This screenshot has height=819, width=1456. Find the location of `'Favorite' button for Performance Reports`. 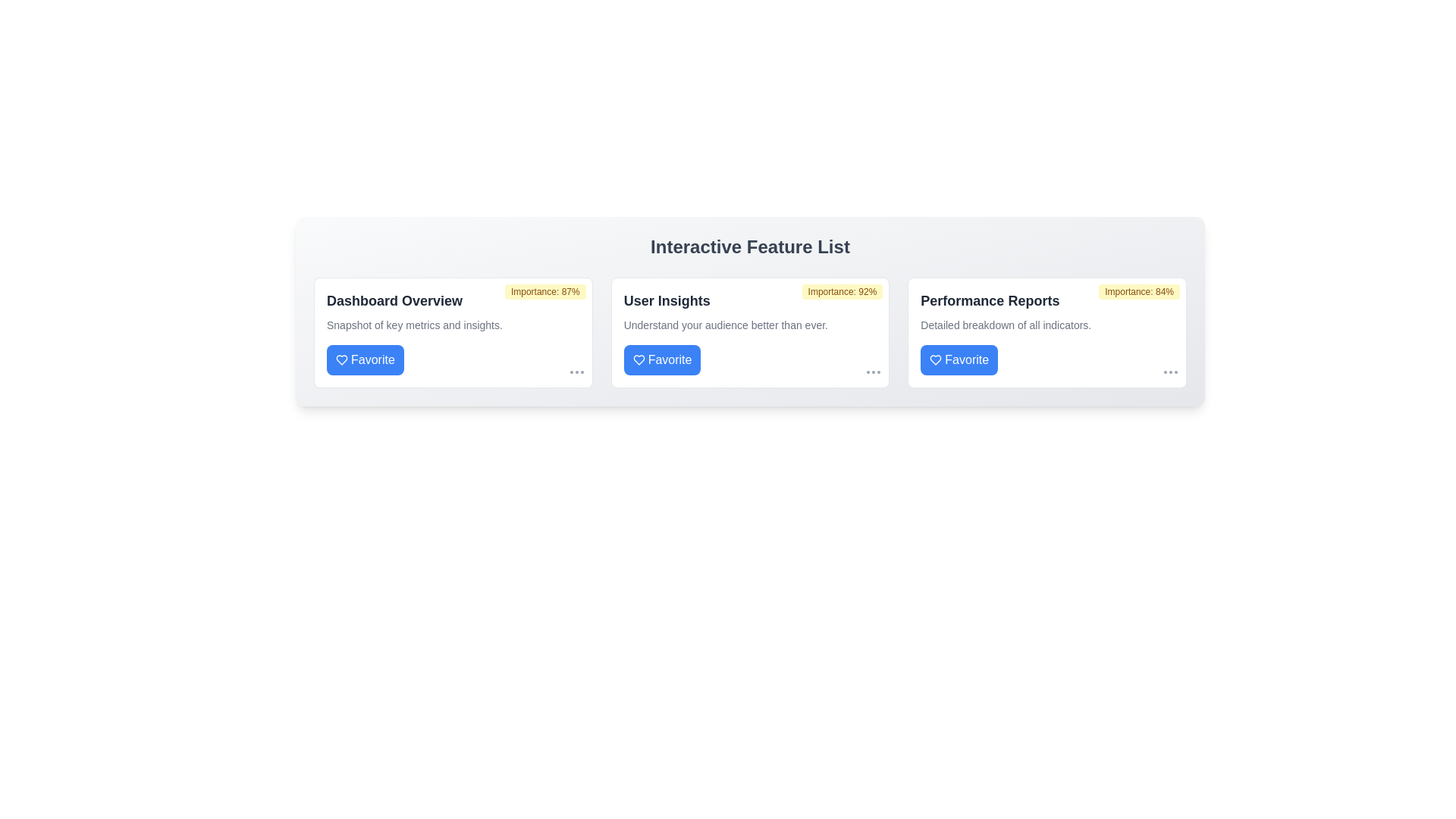

'Favorite' button for Performance Reports is located at coordinates (959, 359).